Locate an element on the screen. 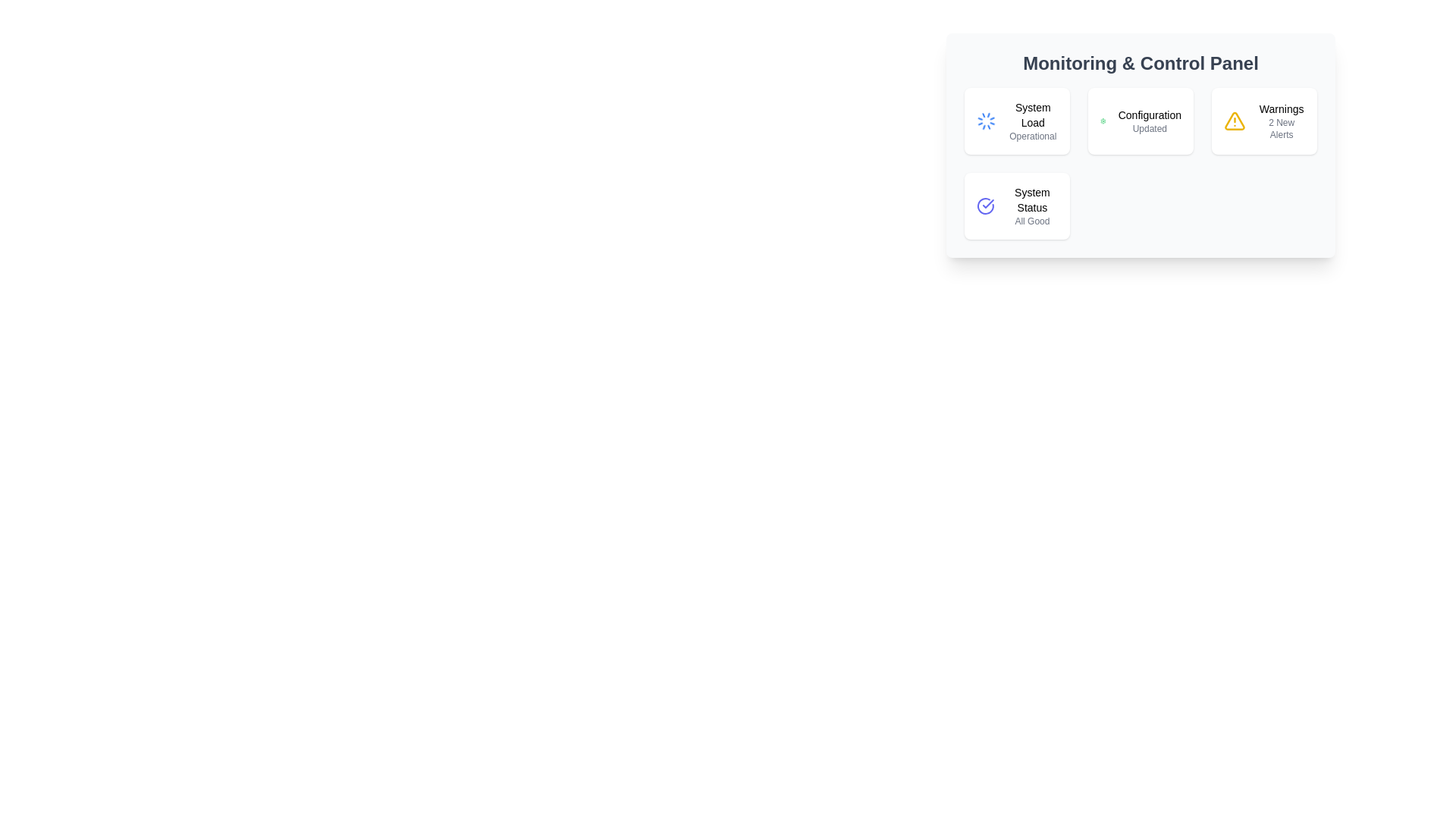  the Text label located at the top of the central card in the 'Monitoring & Control Panel' interface, above the 'Updated' label is located at coordinates (1150, 114).